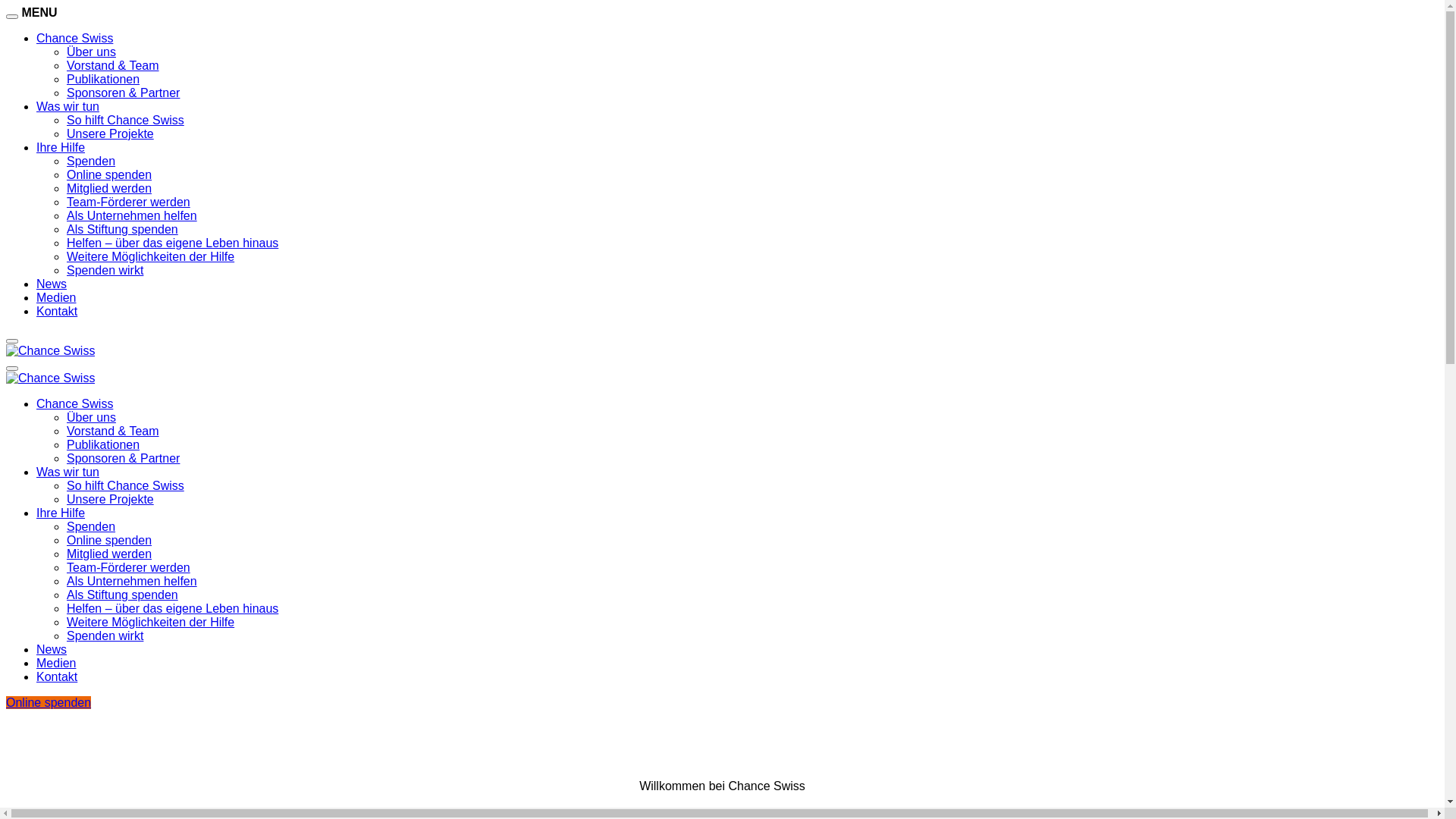 The width and height of the screenshot is (1456, 819). What do you see at coordinates (65, 580) in the screenshot?
I see `'Als Unternehmen helfen'` at bounding box center [65, 580].